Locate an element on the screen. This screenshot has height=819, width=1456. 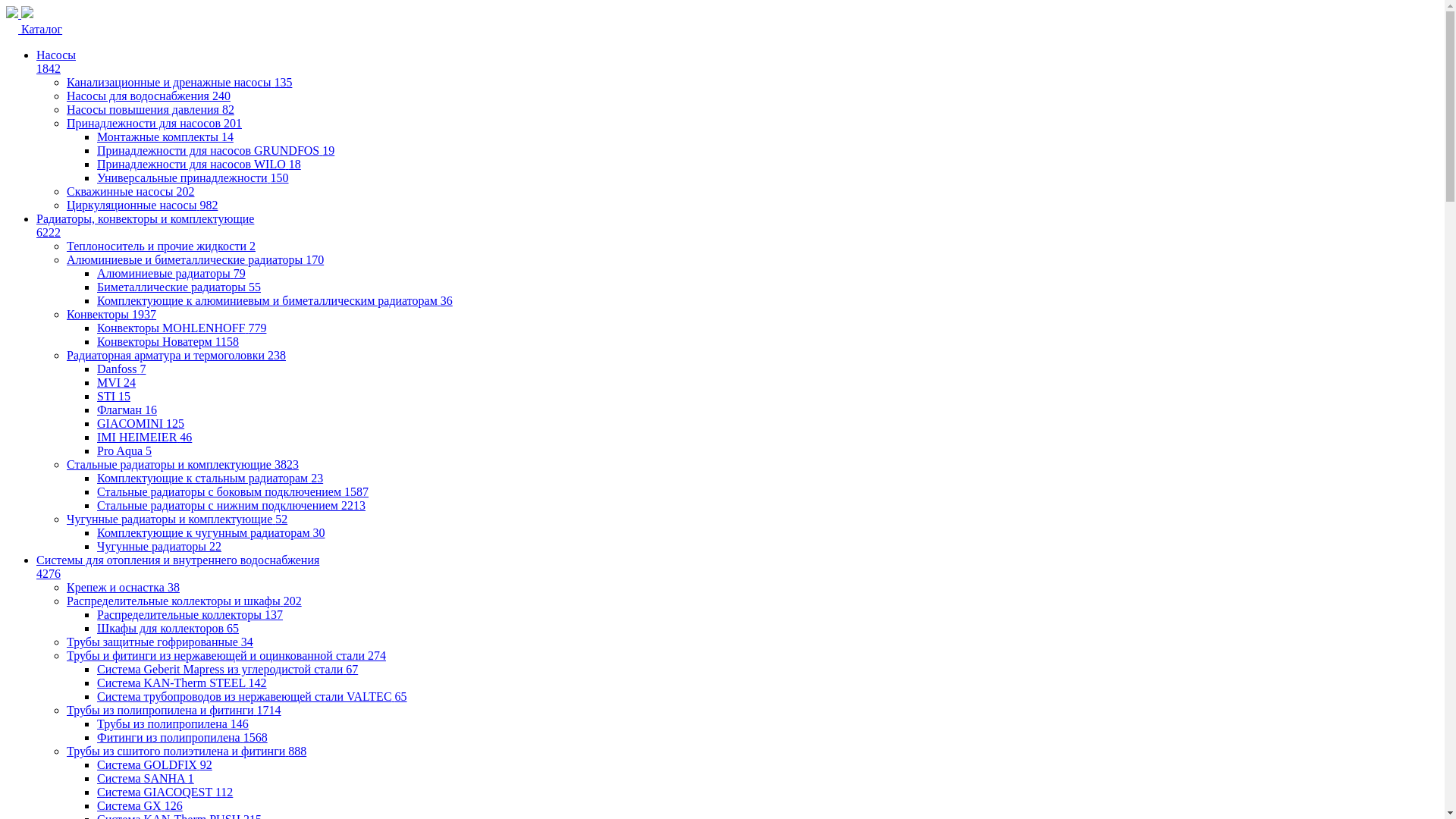
'MVI 24' is located at coordinates (115, 381).